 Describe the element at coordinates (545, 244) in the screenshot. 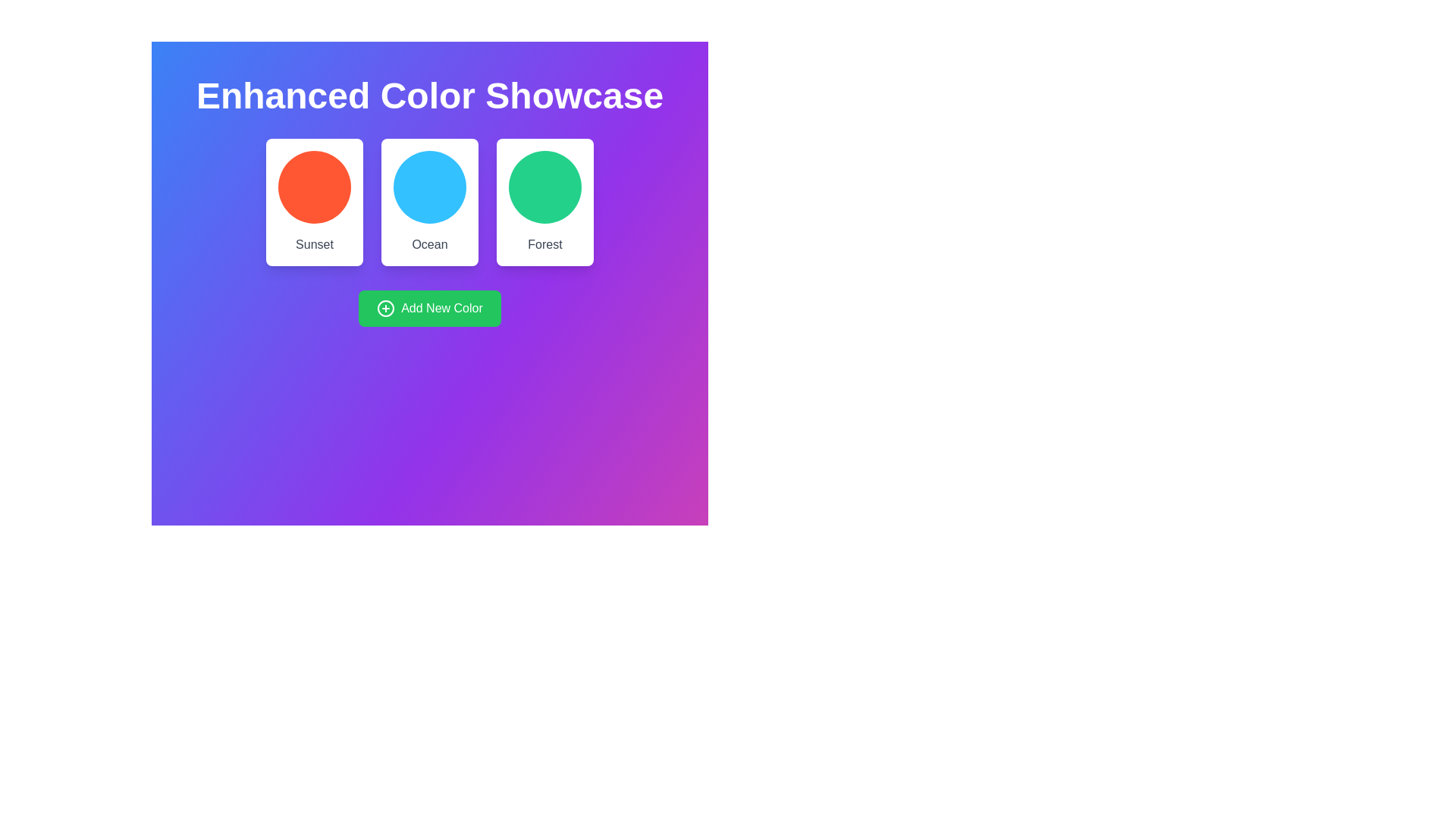

I see `the text label located at the bottom of the third card from the left, which contains textual information about the card's content` at that location.